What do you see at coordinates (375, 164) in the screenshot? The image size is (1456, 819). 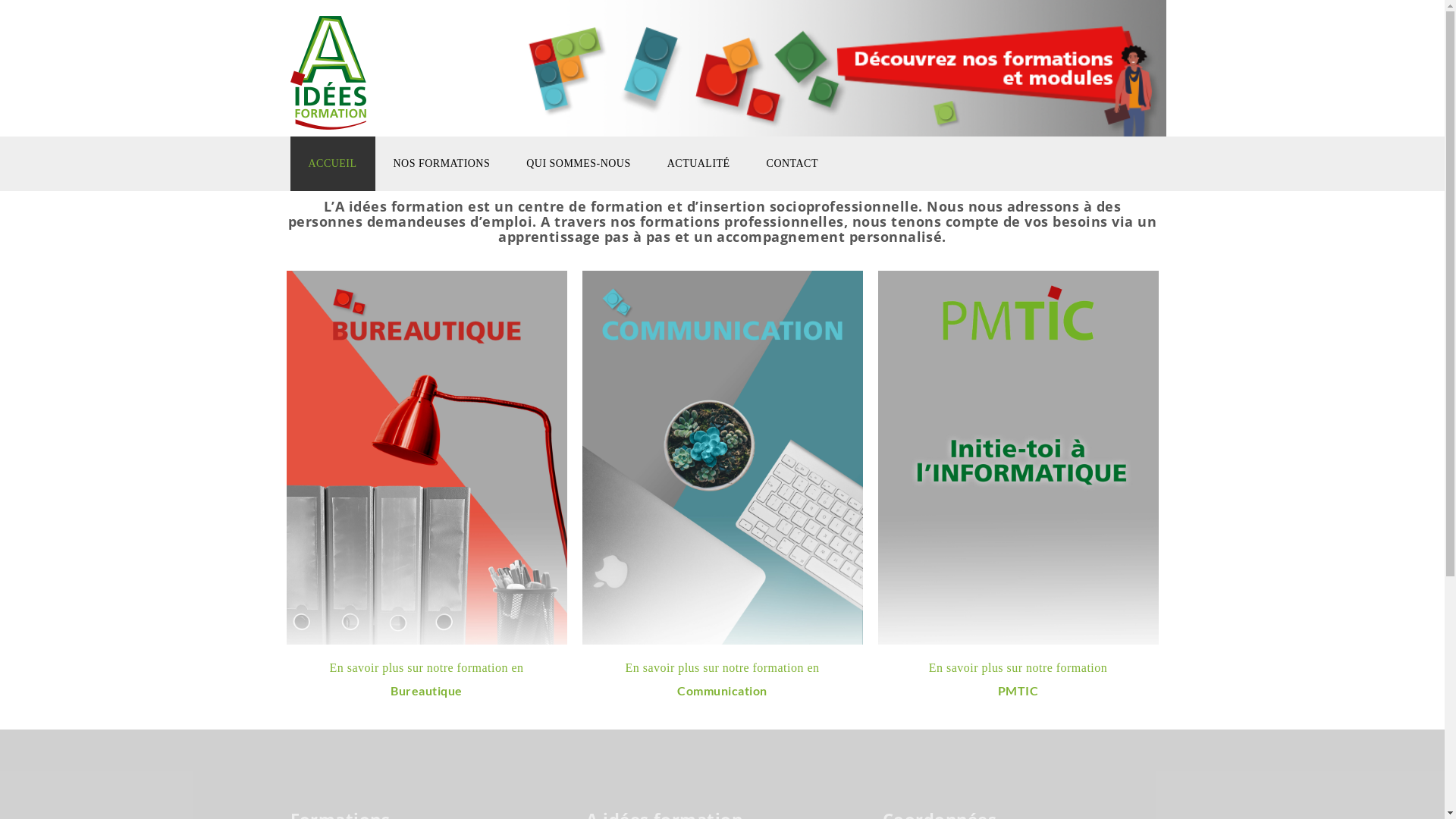 I see `'NOS FORMATIONS'` at bounding box center [375, 164].